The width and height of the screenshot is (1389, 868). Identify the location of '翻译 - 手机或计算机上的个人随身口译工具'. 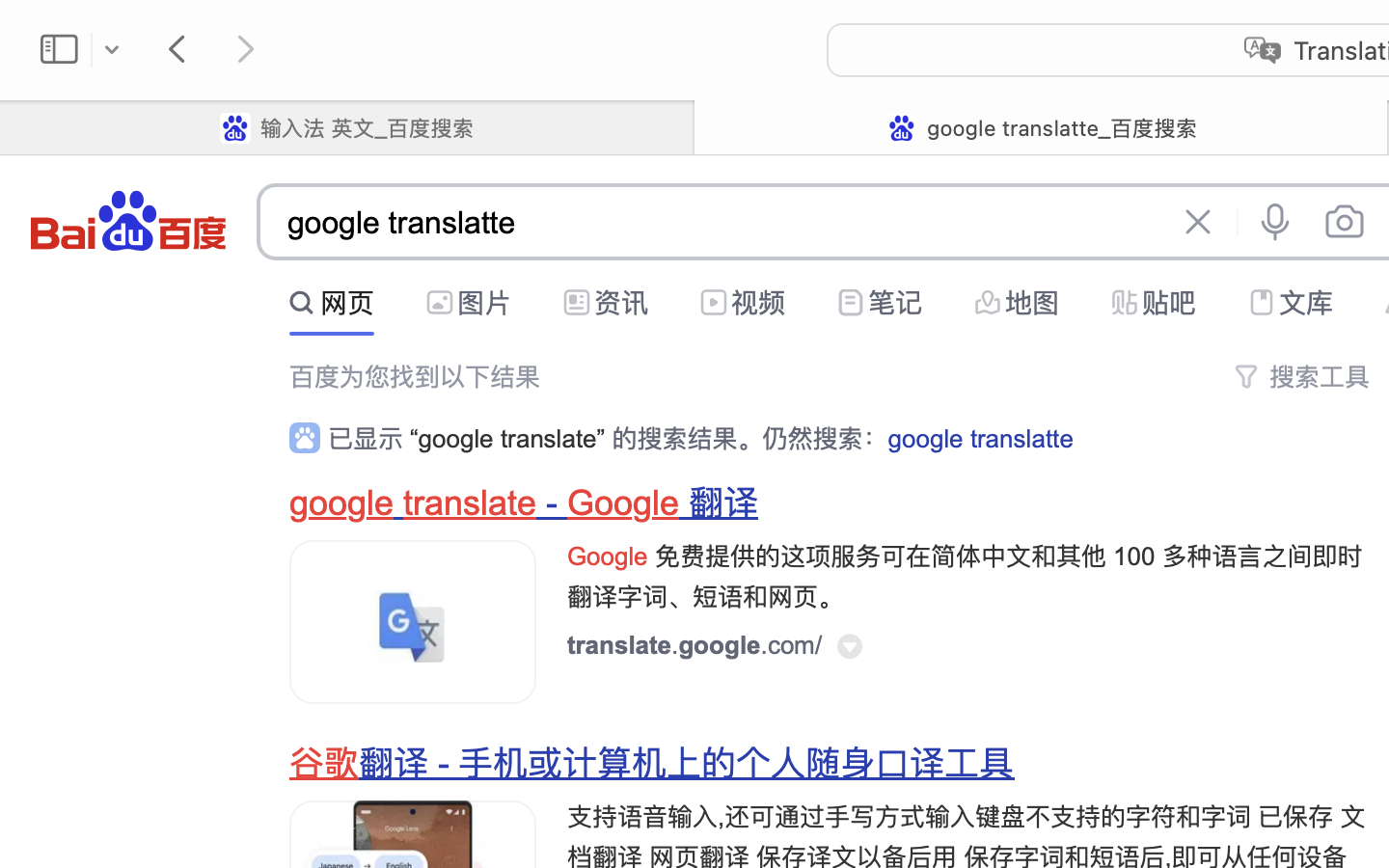
(686, 764).